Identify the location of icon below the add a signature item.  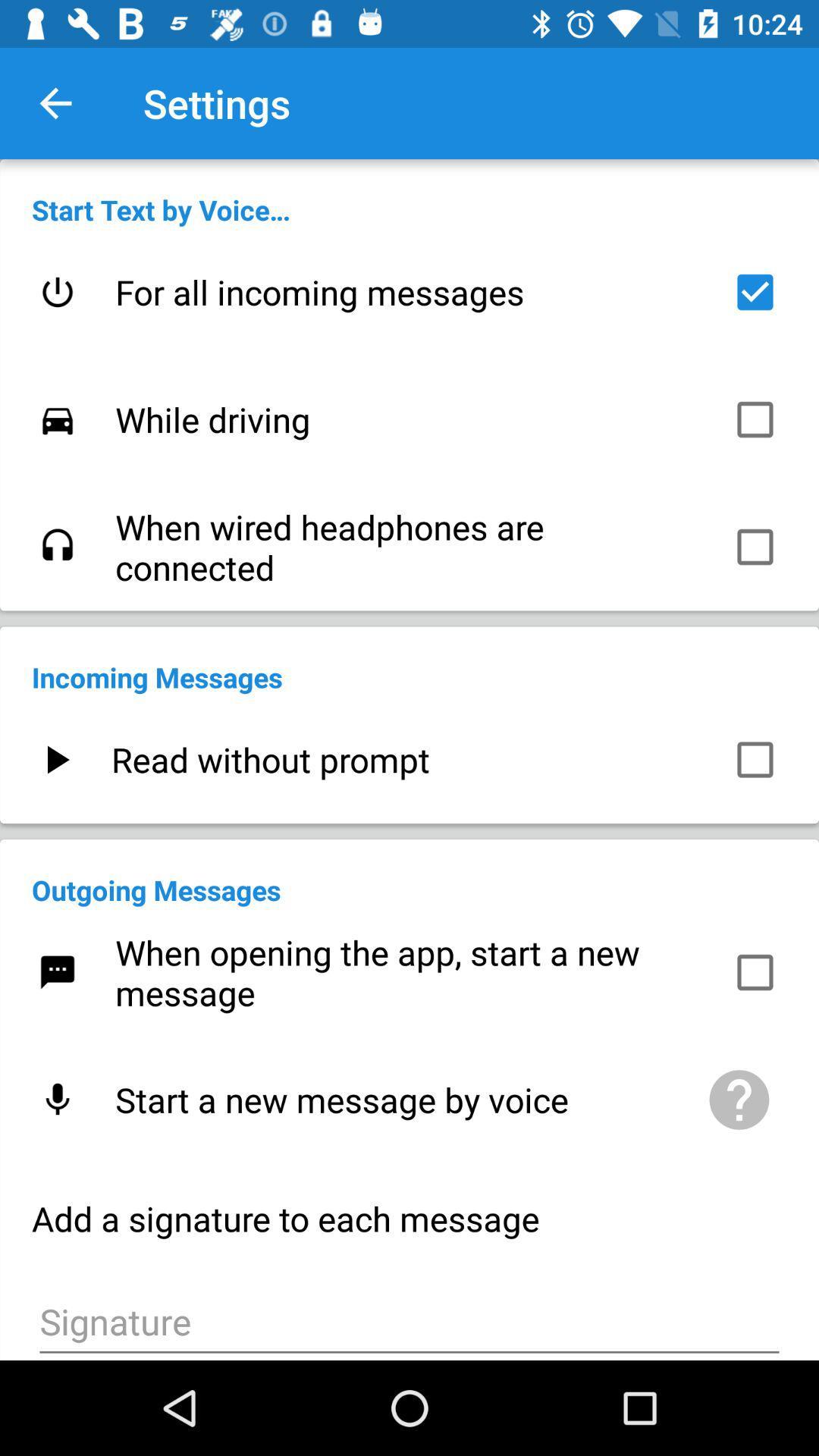
(409, 1319).